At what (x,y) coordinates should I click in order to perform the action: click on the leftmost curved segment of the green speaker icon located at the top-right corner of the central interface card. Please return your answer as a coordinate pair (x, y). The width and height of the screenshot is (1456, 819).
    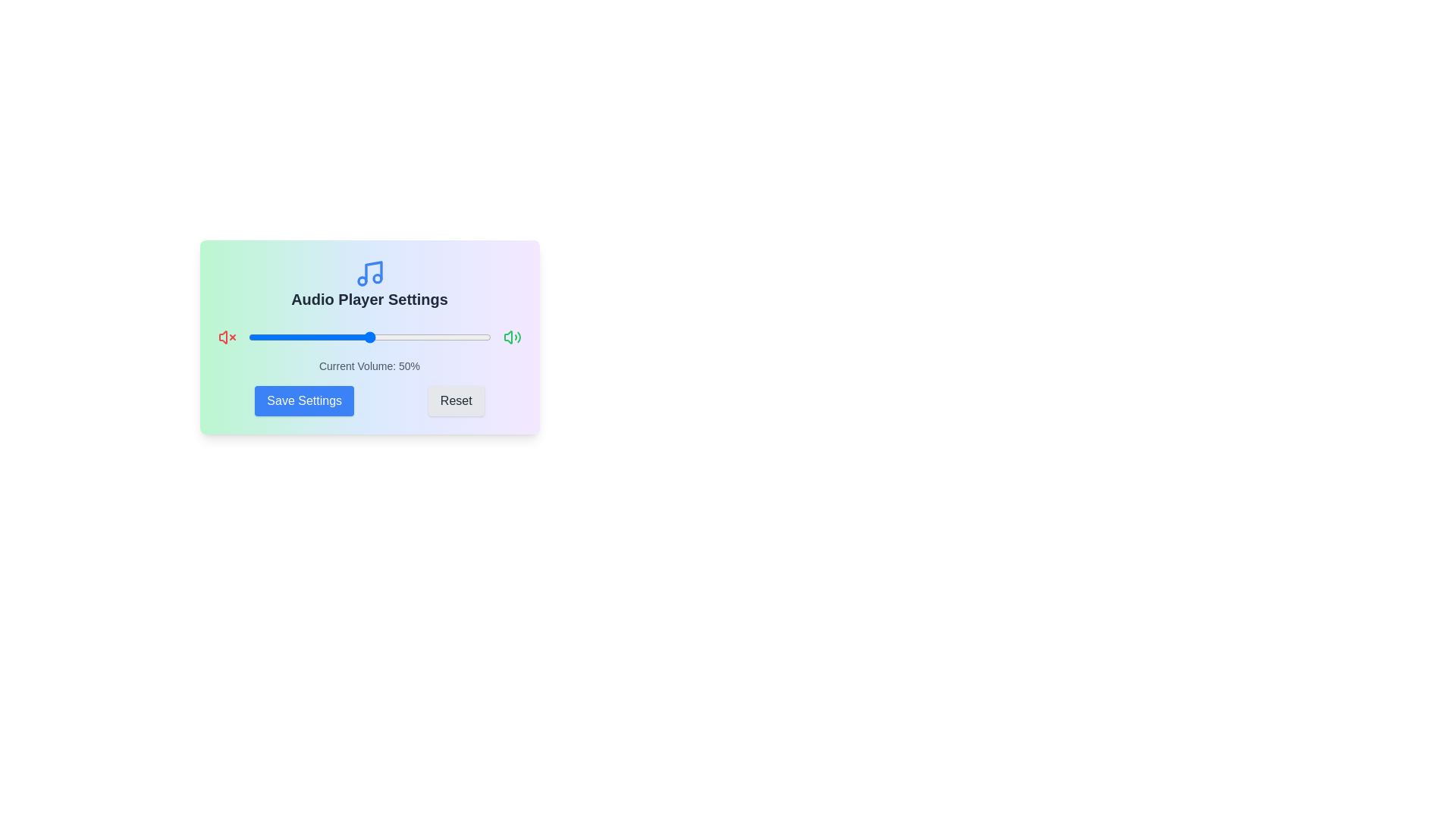
    Looking at the image, I should click on (508, 336).